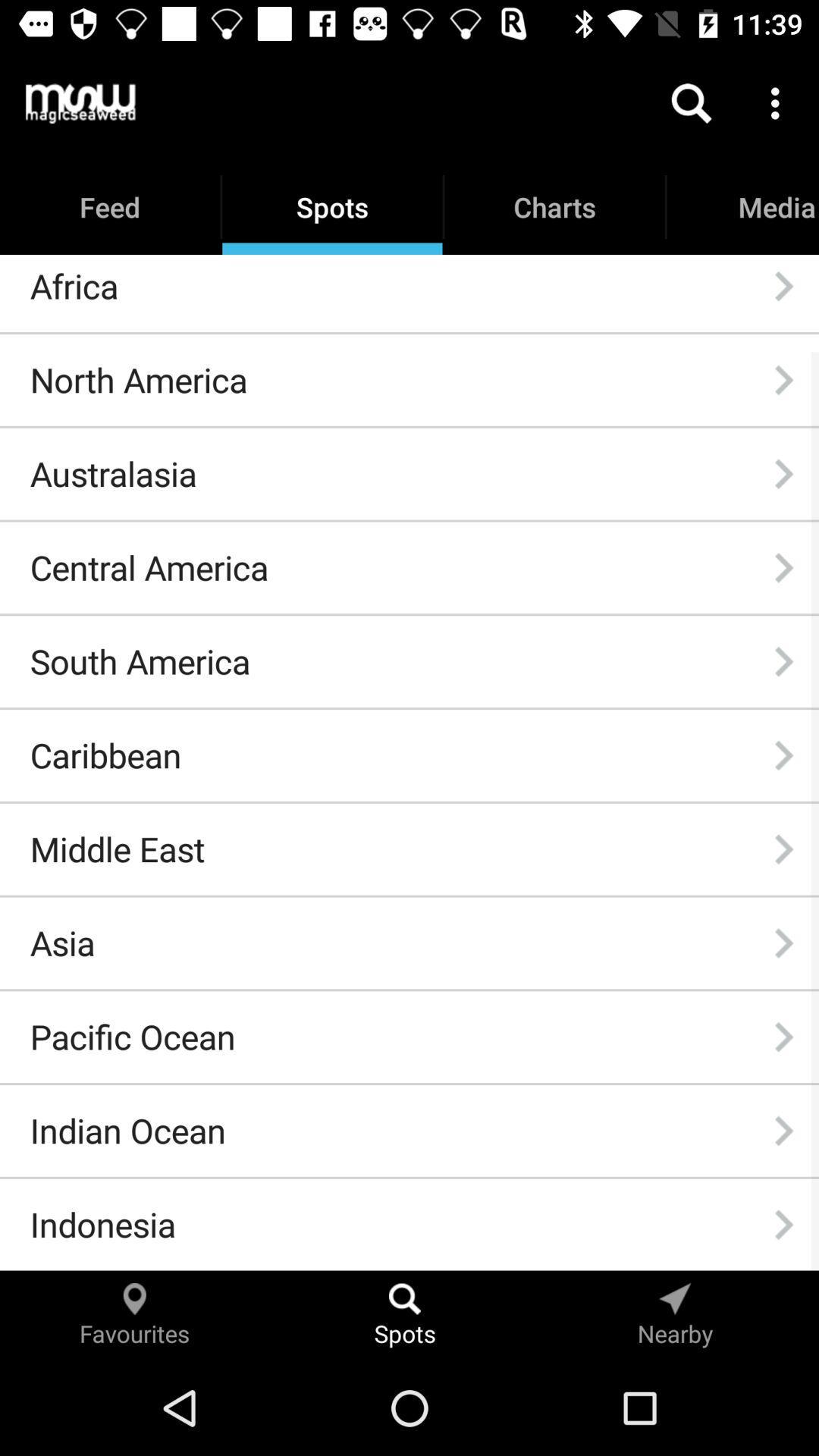 This screenshot has height=1456, width=819. What do you see at coordinates (80, 102) in the screenshot?
I see `the item to the left of spots item` at bounding box center [80, 102].